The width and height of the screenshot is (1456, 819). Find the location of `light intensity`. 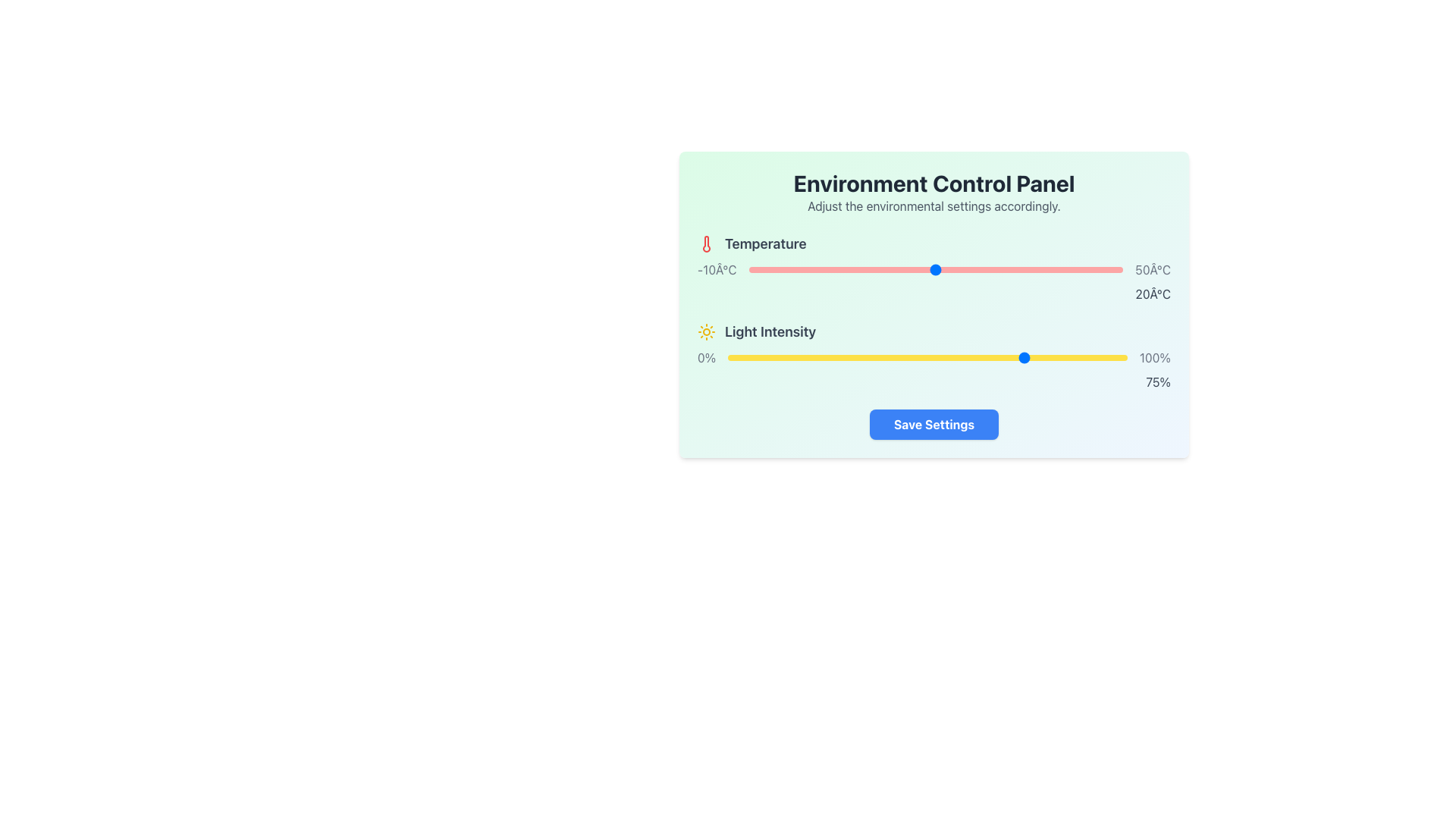

light intensity is located at coordinates (951, 357).